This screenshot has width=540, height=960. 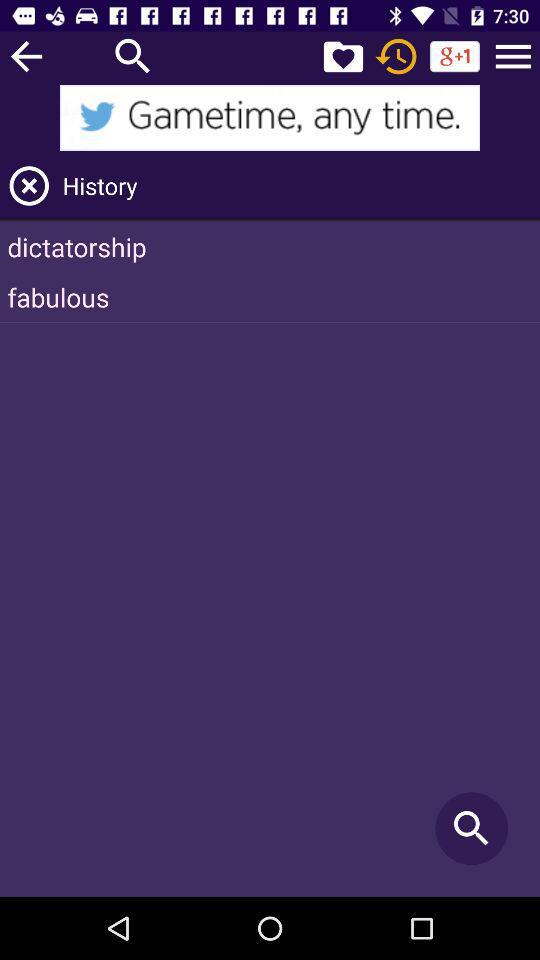 What do you see at coordinates (513, 55) in the screenshot?
I see `more option` at bounding box center [513, 55].